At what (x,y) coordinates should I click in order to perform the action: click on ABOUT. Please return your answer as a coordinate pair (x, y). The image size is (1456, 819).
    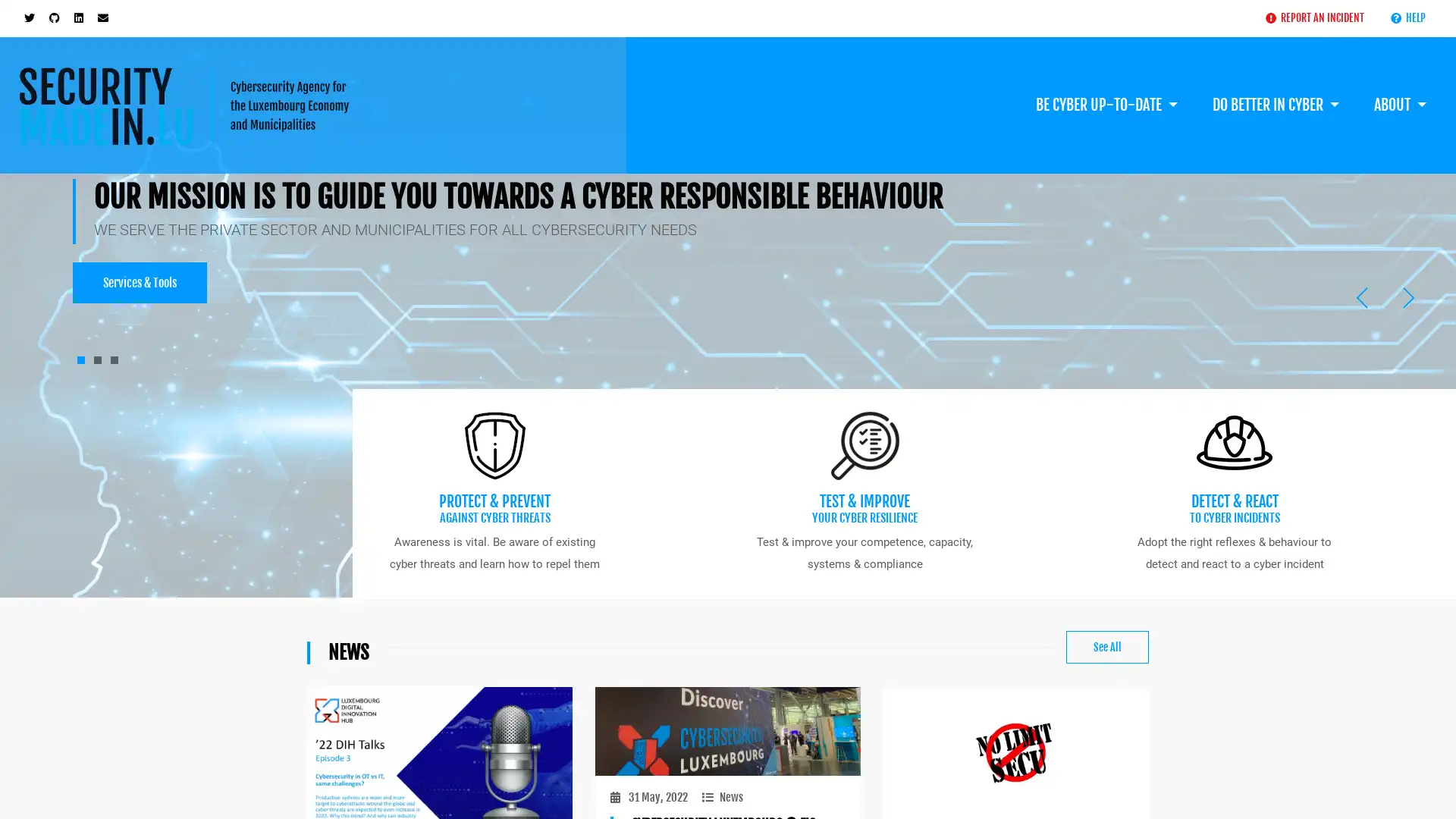
    Looking at the image, I should click on (1399, 82).